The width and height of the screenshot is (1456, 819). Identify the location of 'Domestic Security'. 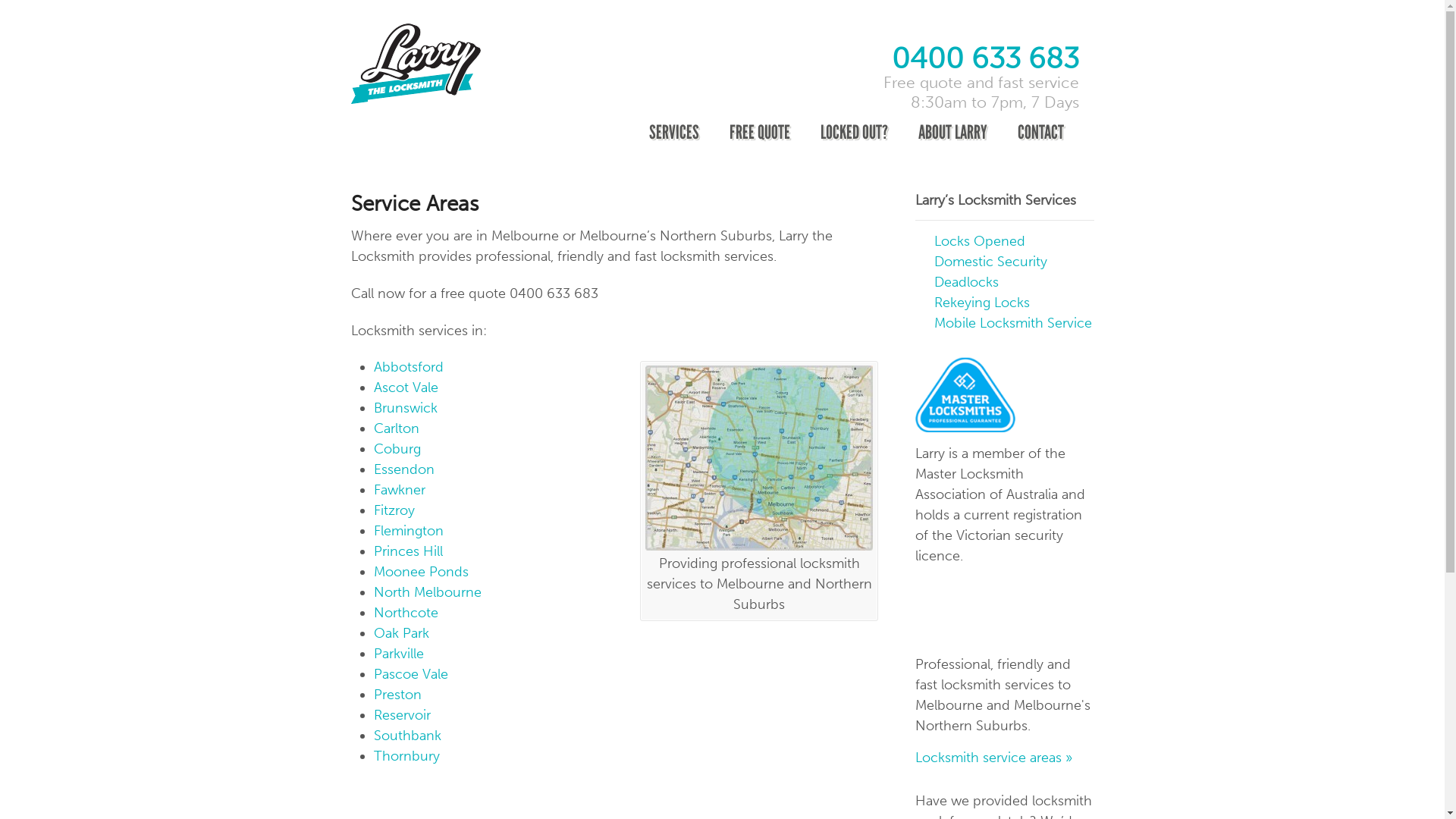
(934, 260).